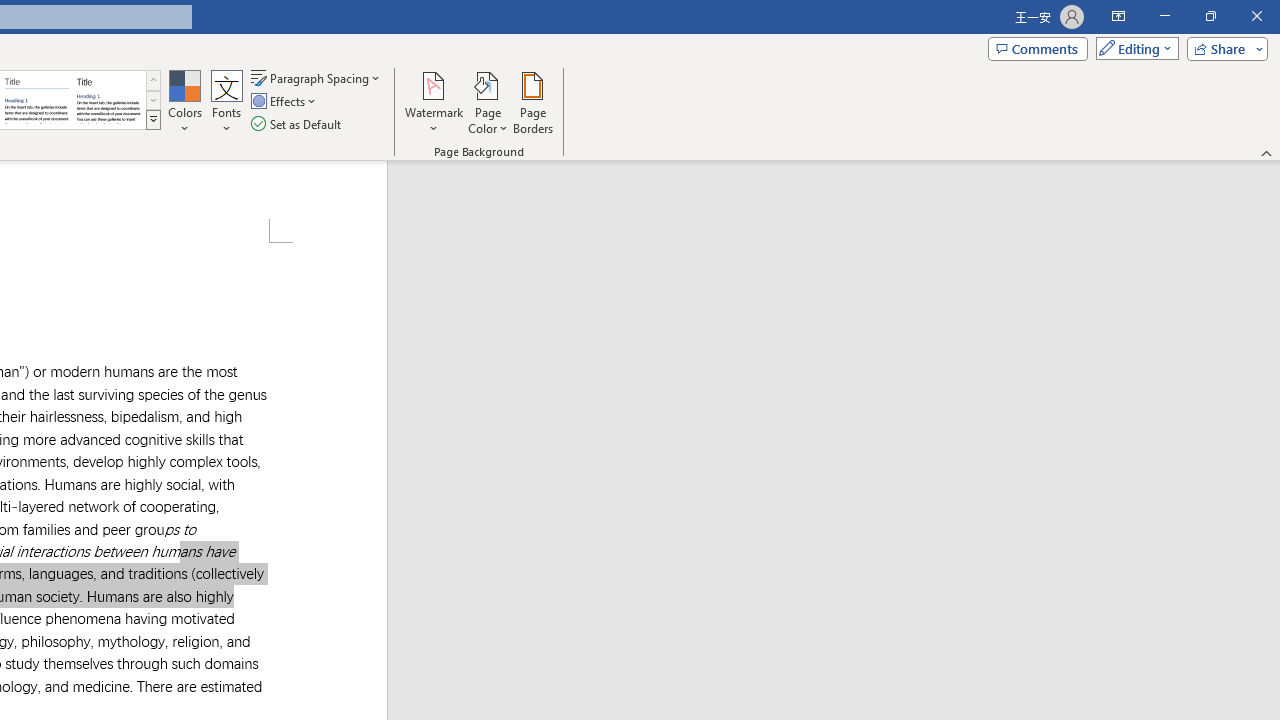  I want to click on 'Page Color', so click(488, 103).